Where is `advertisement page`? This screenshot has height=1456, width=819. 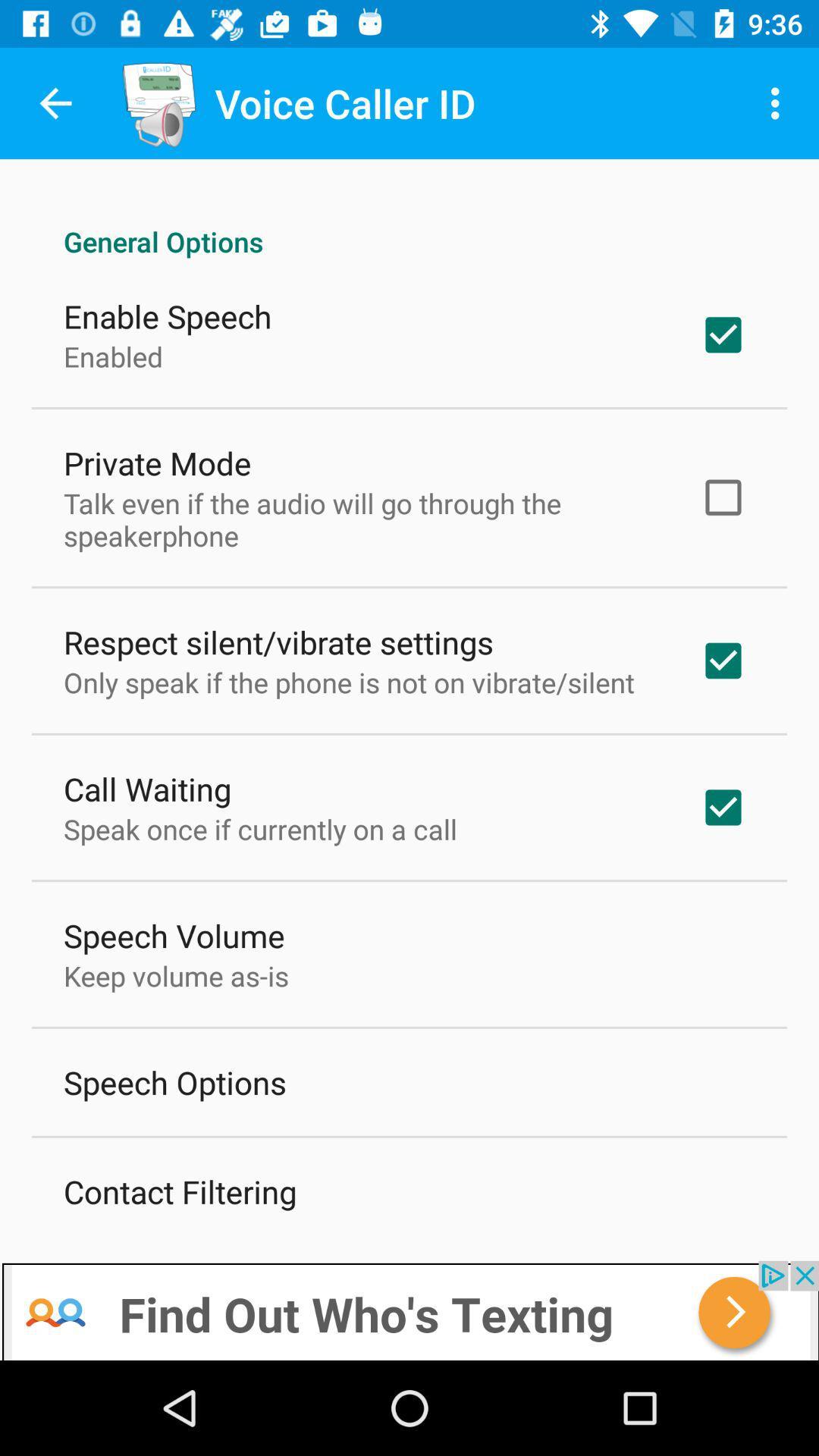 advertisement page is located at coordinates (409, 1310).